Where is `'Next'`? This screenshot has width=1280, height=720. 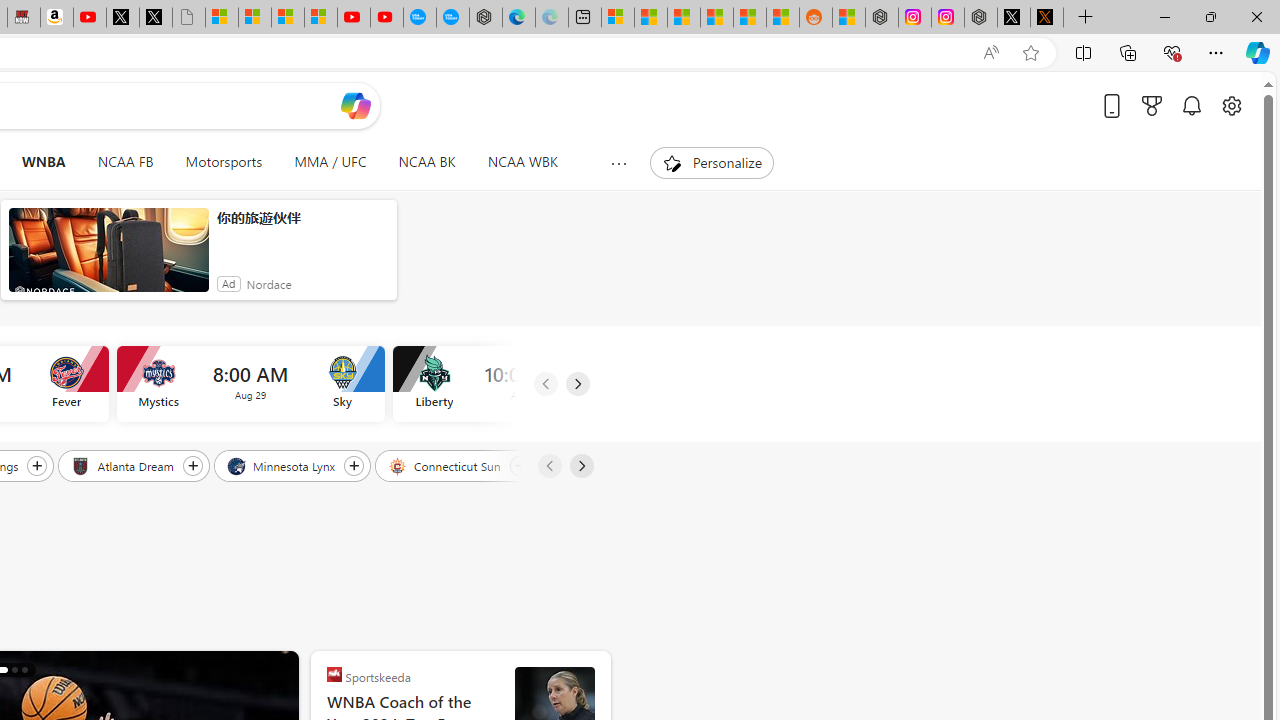
'Next' is located at coordinates (580, 465).